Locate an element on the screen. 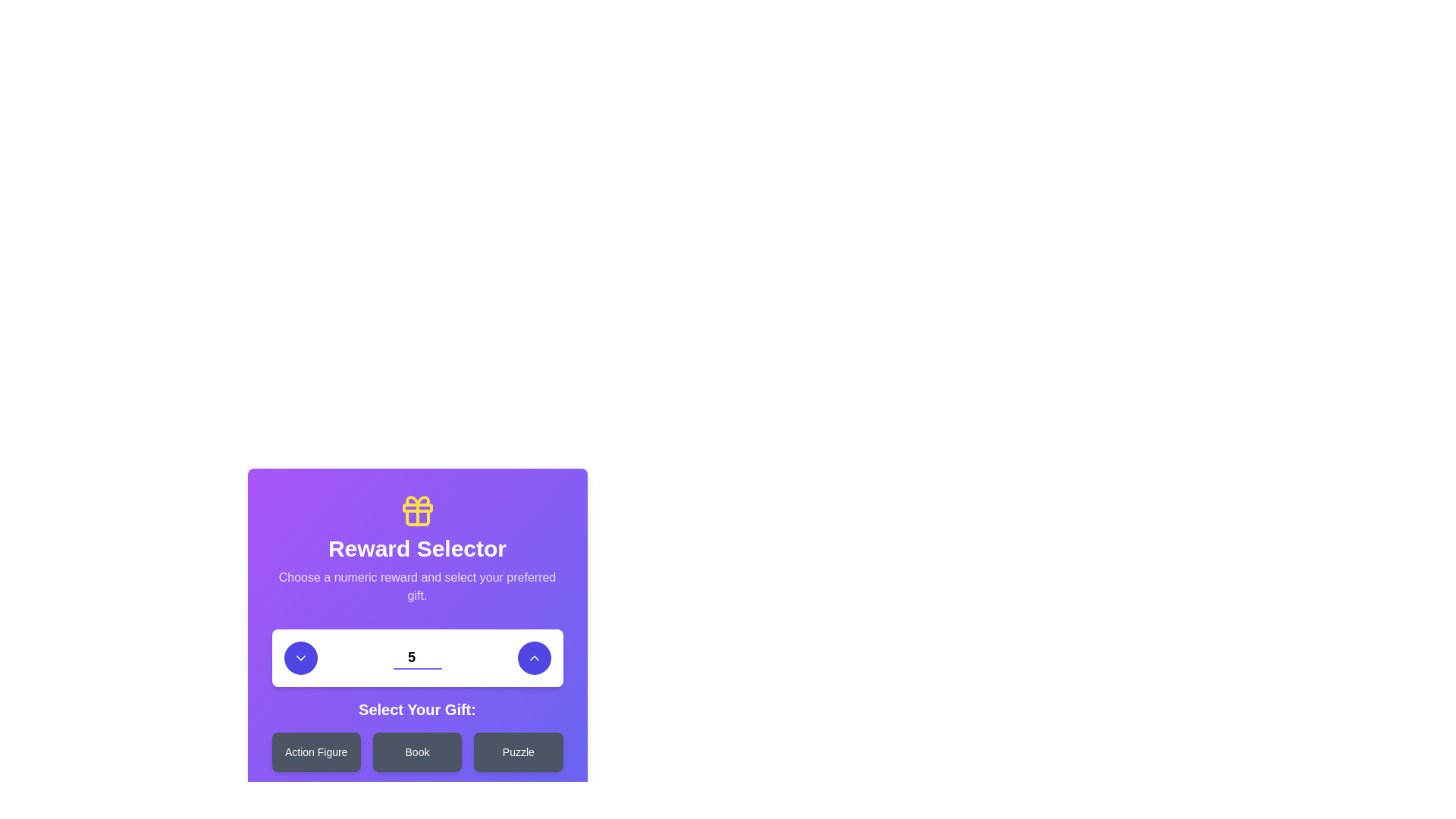 This screenshot has width=1456, height=819. the text element that reads 'Choose a numeric reward and select your preferred gift.' which is centrally aligned below the title 'Reward Selector' in a bright purple background is located at coordinates (417, 586).